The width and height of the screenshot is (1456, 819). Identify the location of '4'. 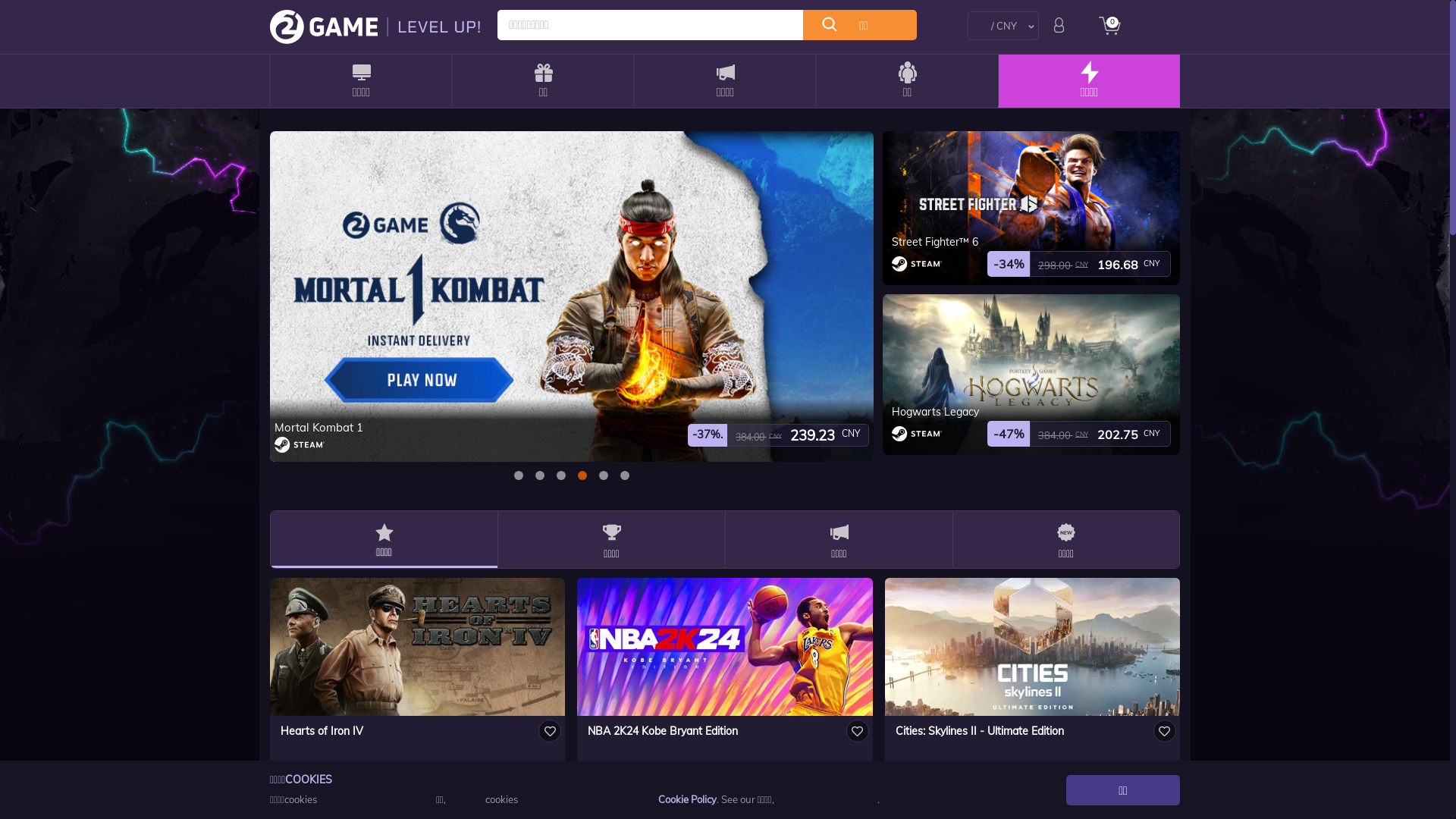
(603, 475).